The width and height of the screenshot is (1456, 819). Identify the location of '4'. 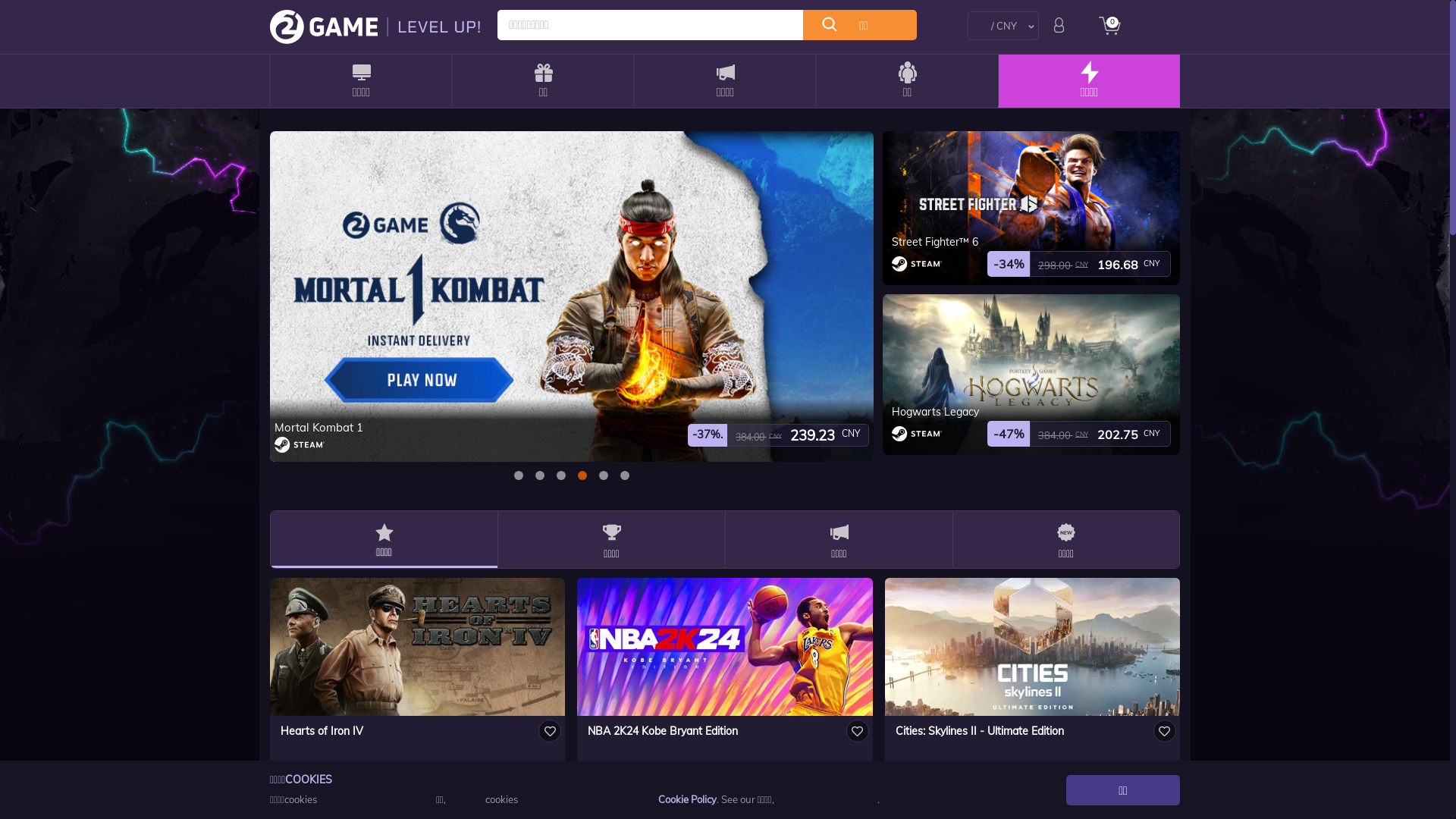
(603, 475).